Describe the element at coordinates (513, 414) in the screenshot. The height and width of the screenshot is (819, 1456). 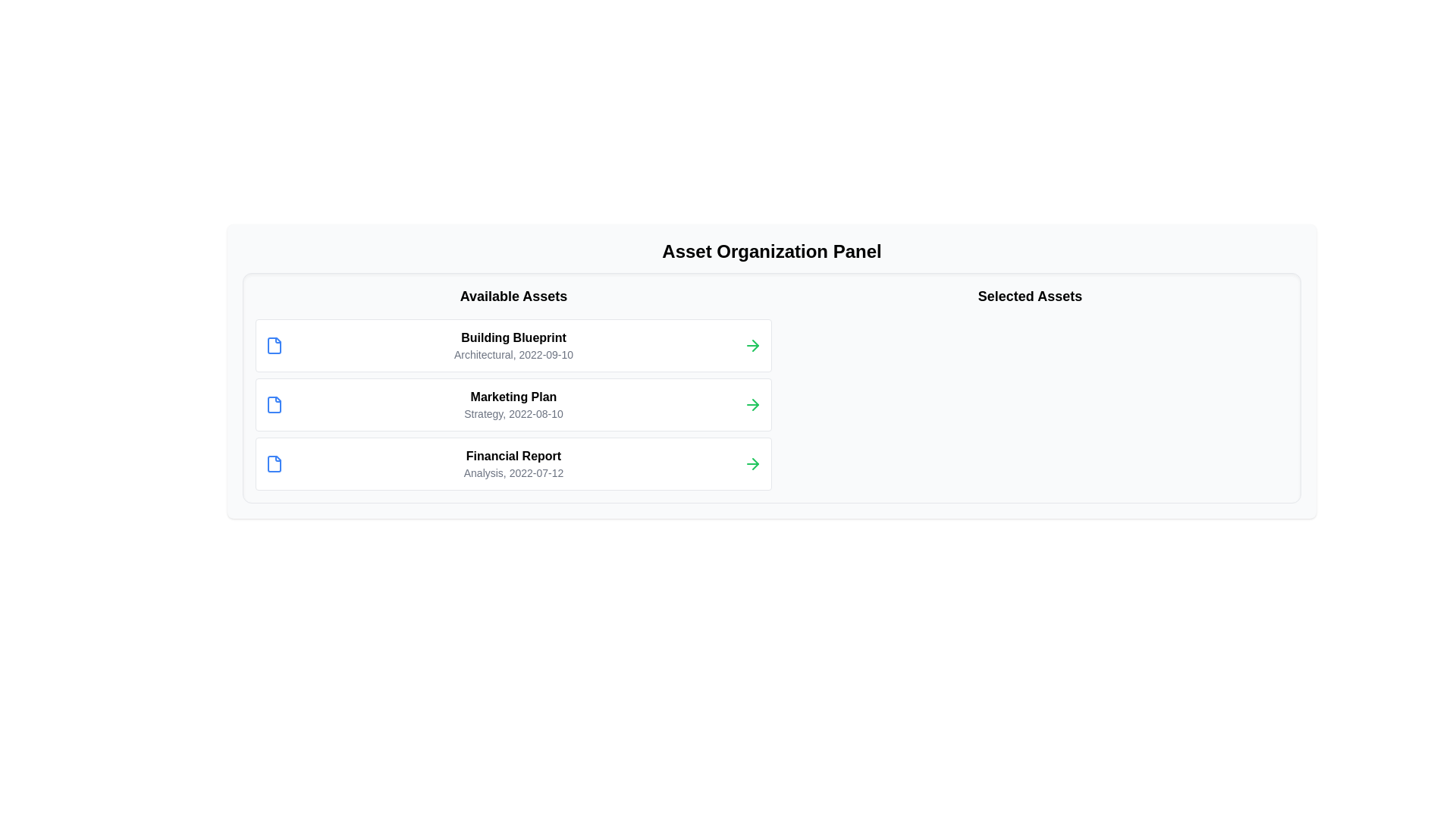
I see `the text label indicating the type ('Strategy') and date ('2022-08-10') under the 'Marketing Plan' section in the 'Available Assets' column` at that location.